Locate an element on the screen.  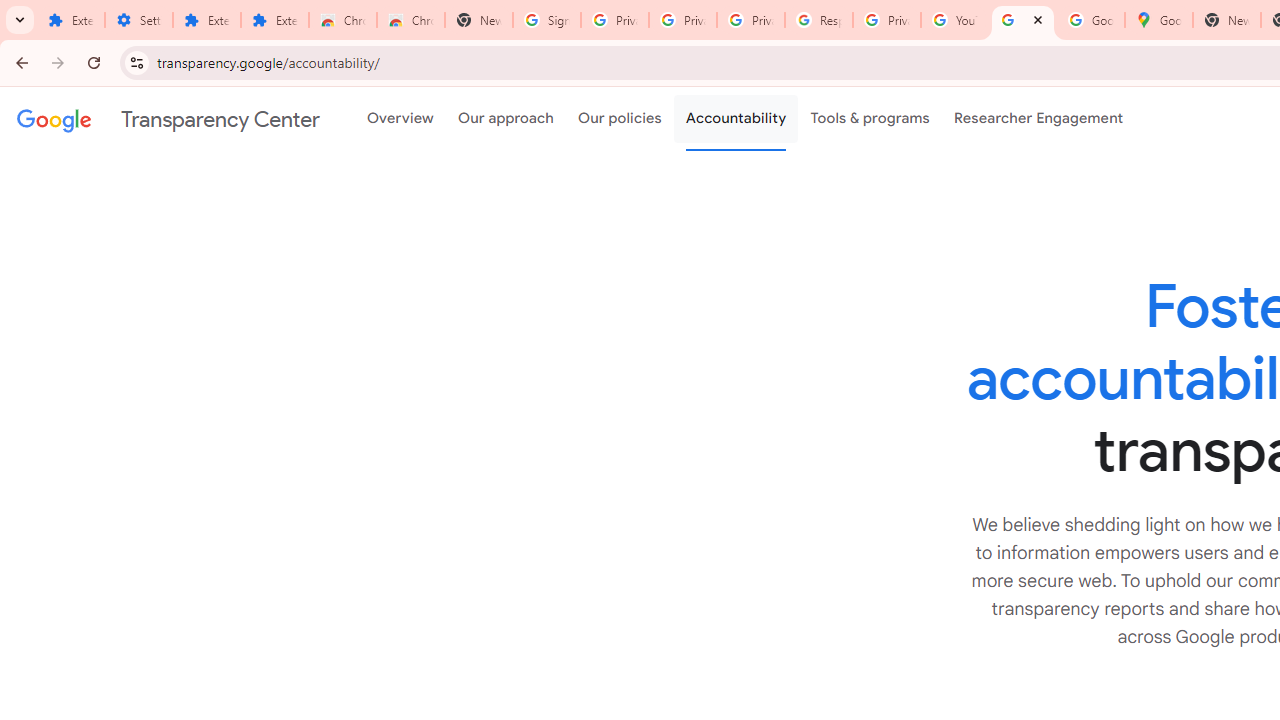
'Sign in - Google Accounts' is located at coordinates (547, 20).